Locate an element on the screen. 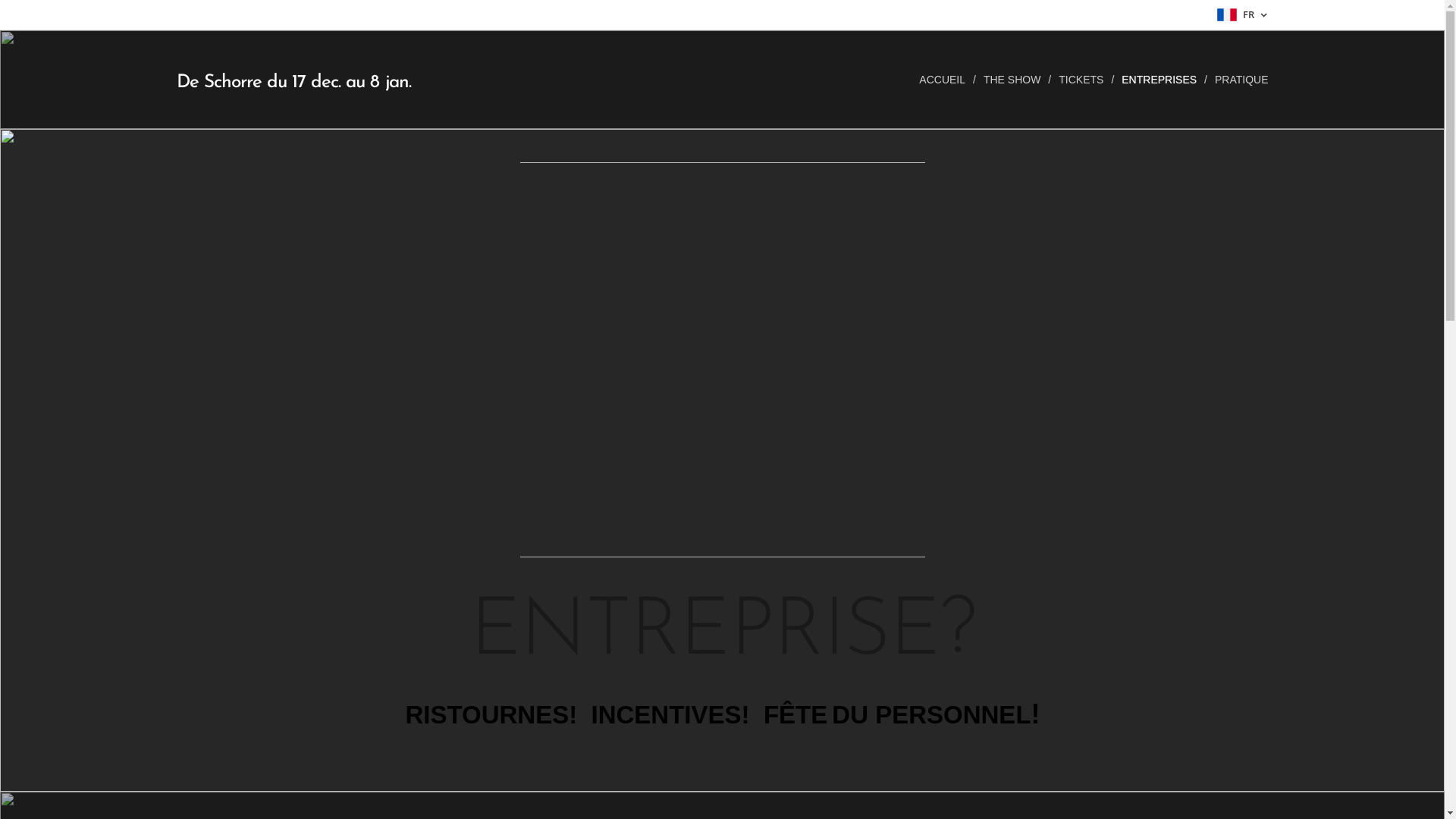  'ENTREPRISES' is located at coordinates (1159, 79).